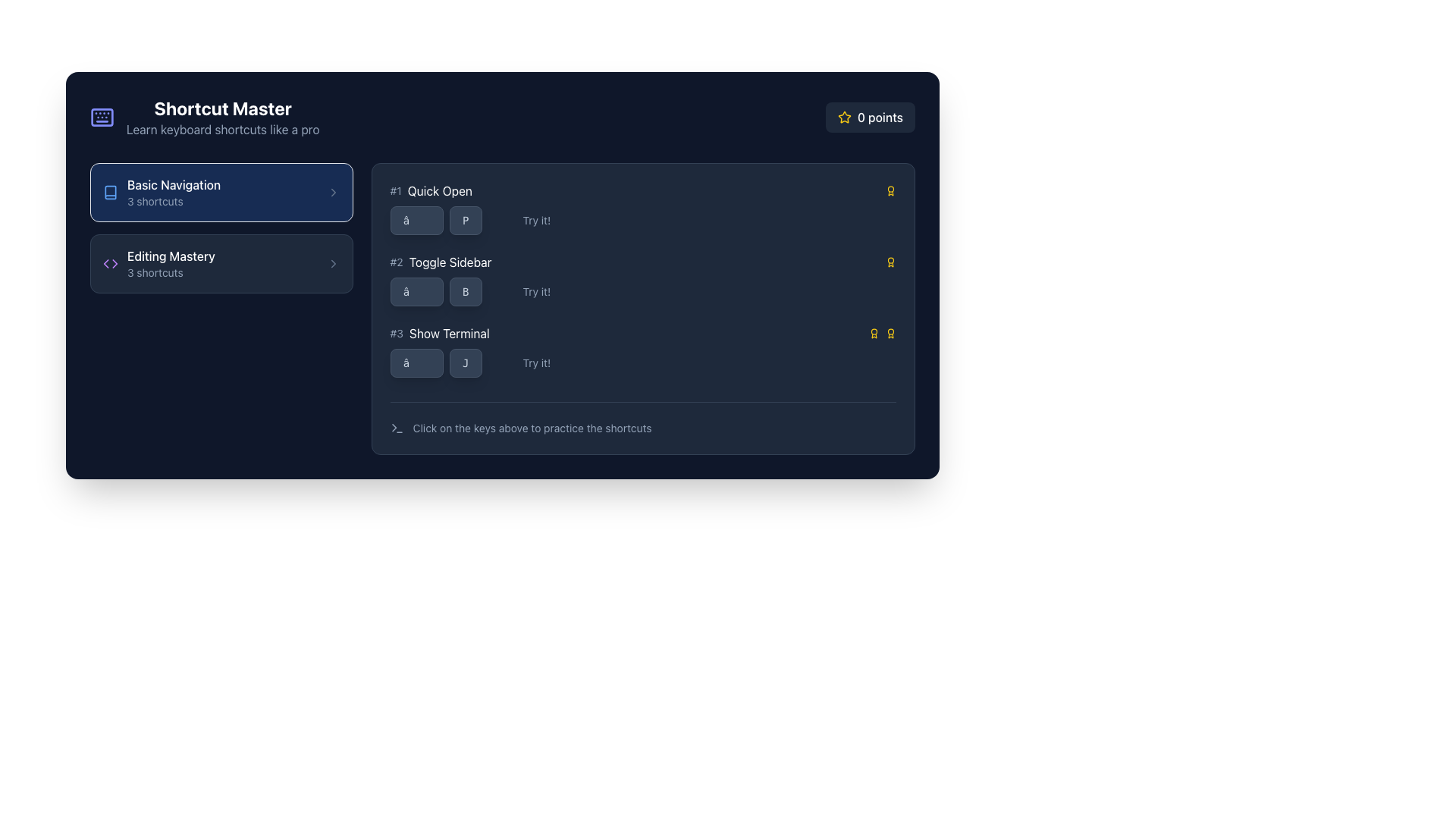  Describe the element at coordinates (643, 350) in the screenshot. I see `the displayed shortcut keys in the third row of the vertical list that includes an interactive button for practicing the shortcuts` at that location.